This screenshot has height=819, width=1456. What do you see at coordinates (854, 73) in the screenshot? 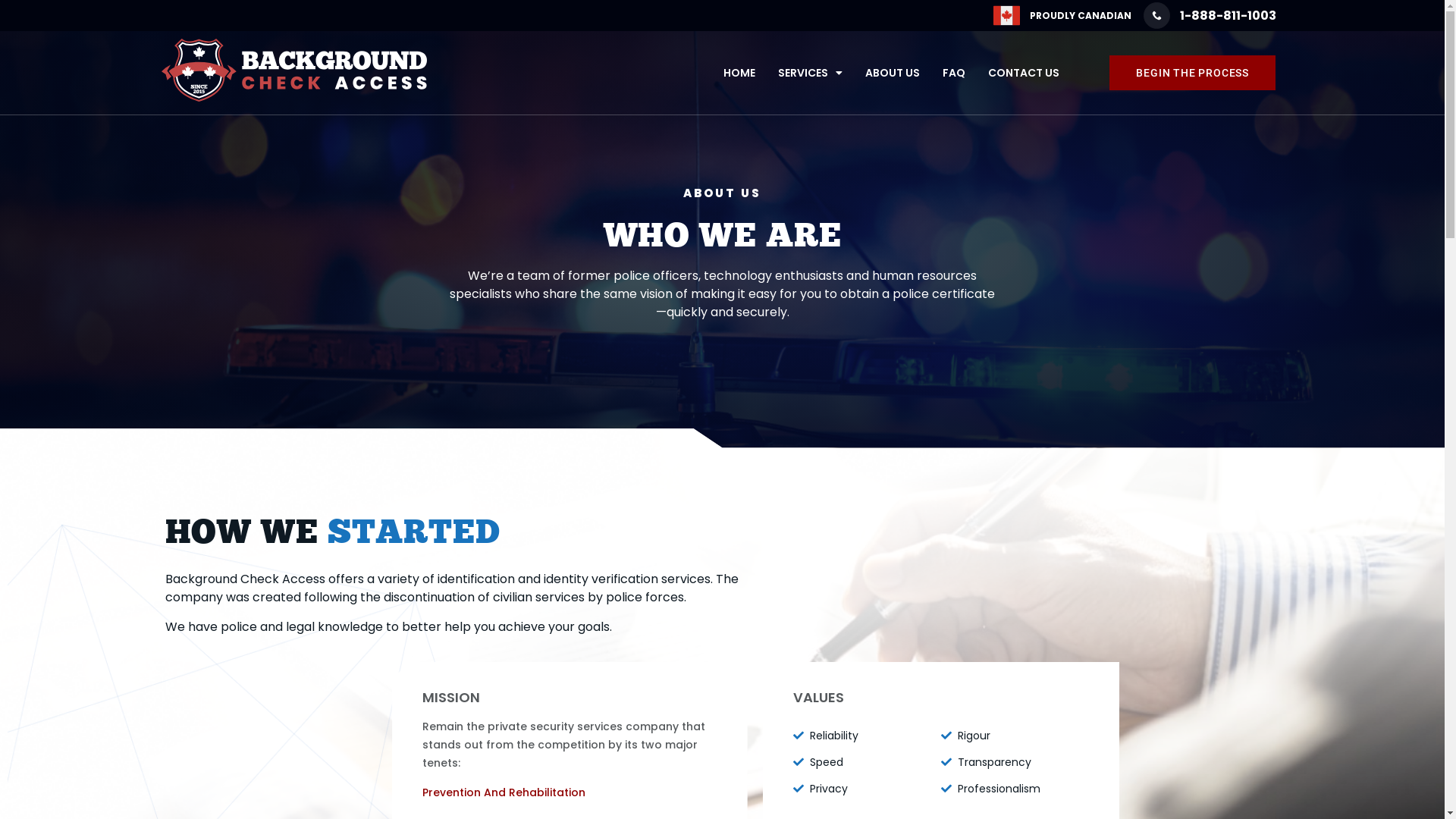
I see `'ABOUT US'` at bounding box center [854, 73].